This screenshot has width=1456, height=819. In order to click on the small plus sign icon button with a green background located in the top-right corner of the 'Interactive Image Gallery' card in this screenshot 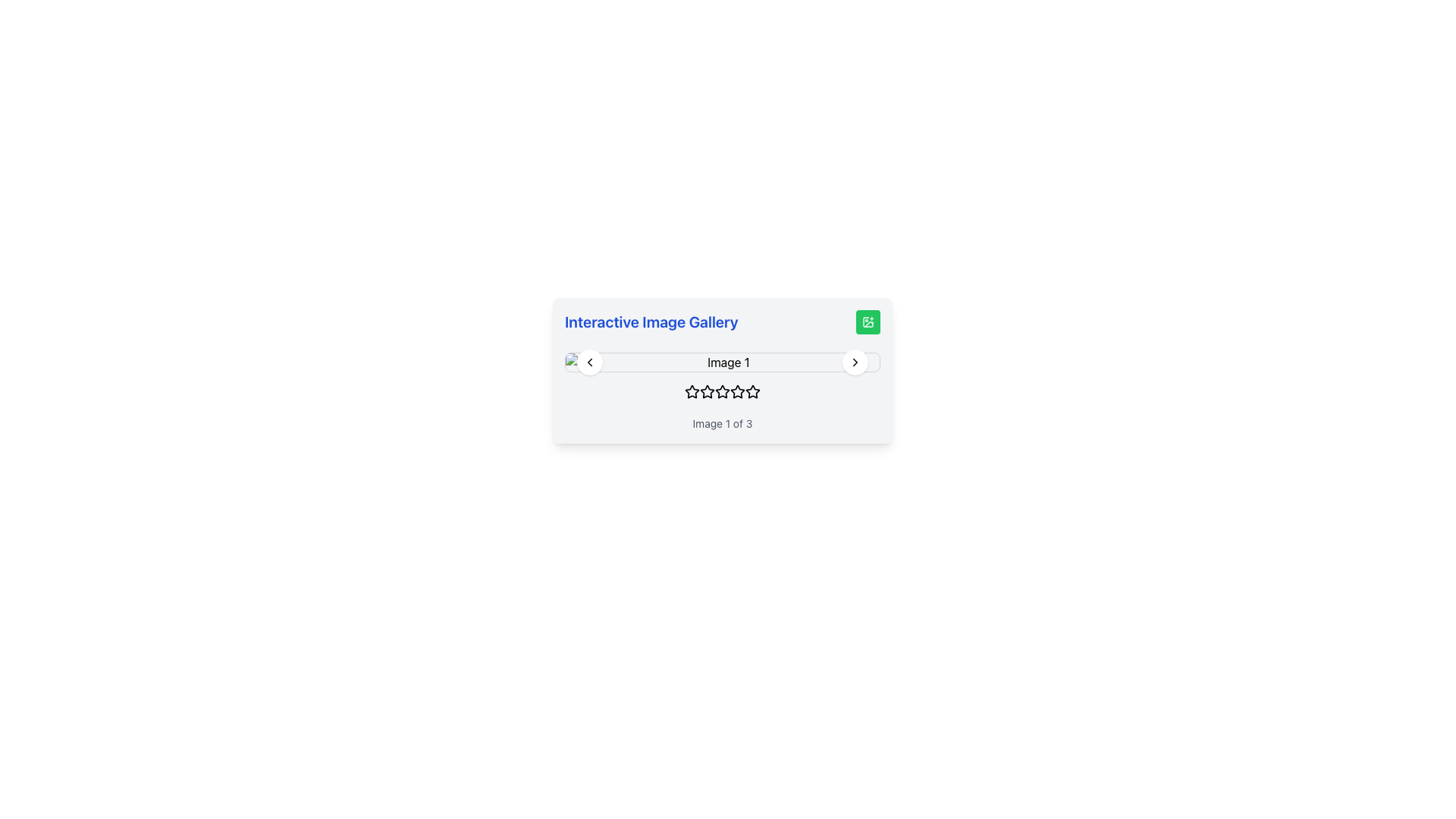, I will do `click(868, 321)`.